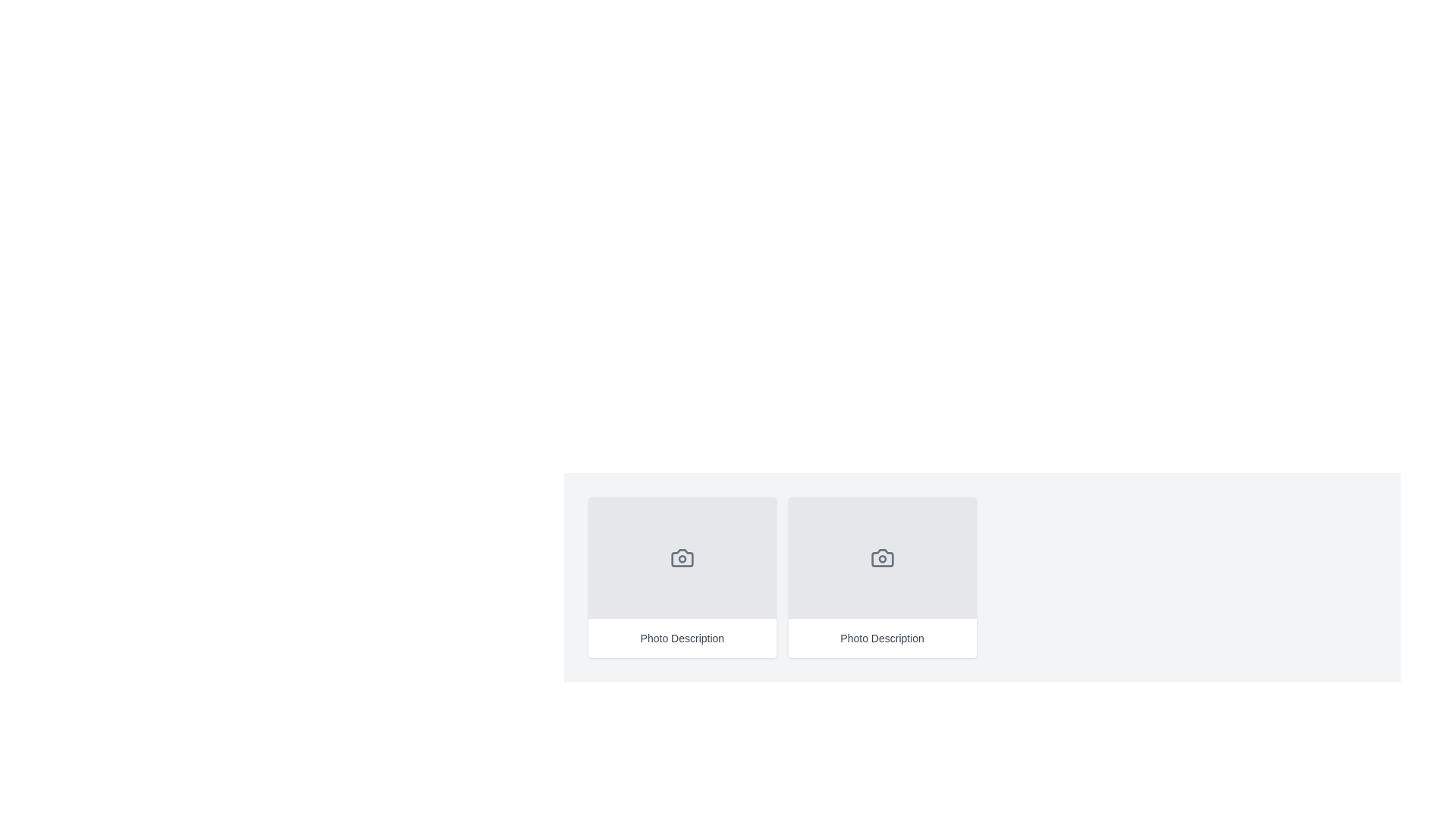 This screenshot has height=819, width=1456. What do you see at coordinates (882, 558) in the screenshot?
I see `the camera-shaped icon with a gray color, located` at bounding box center [882, 558].